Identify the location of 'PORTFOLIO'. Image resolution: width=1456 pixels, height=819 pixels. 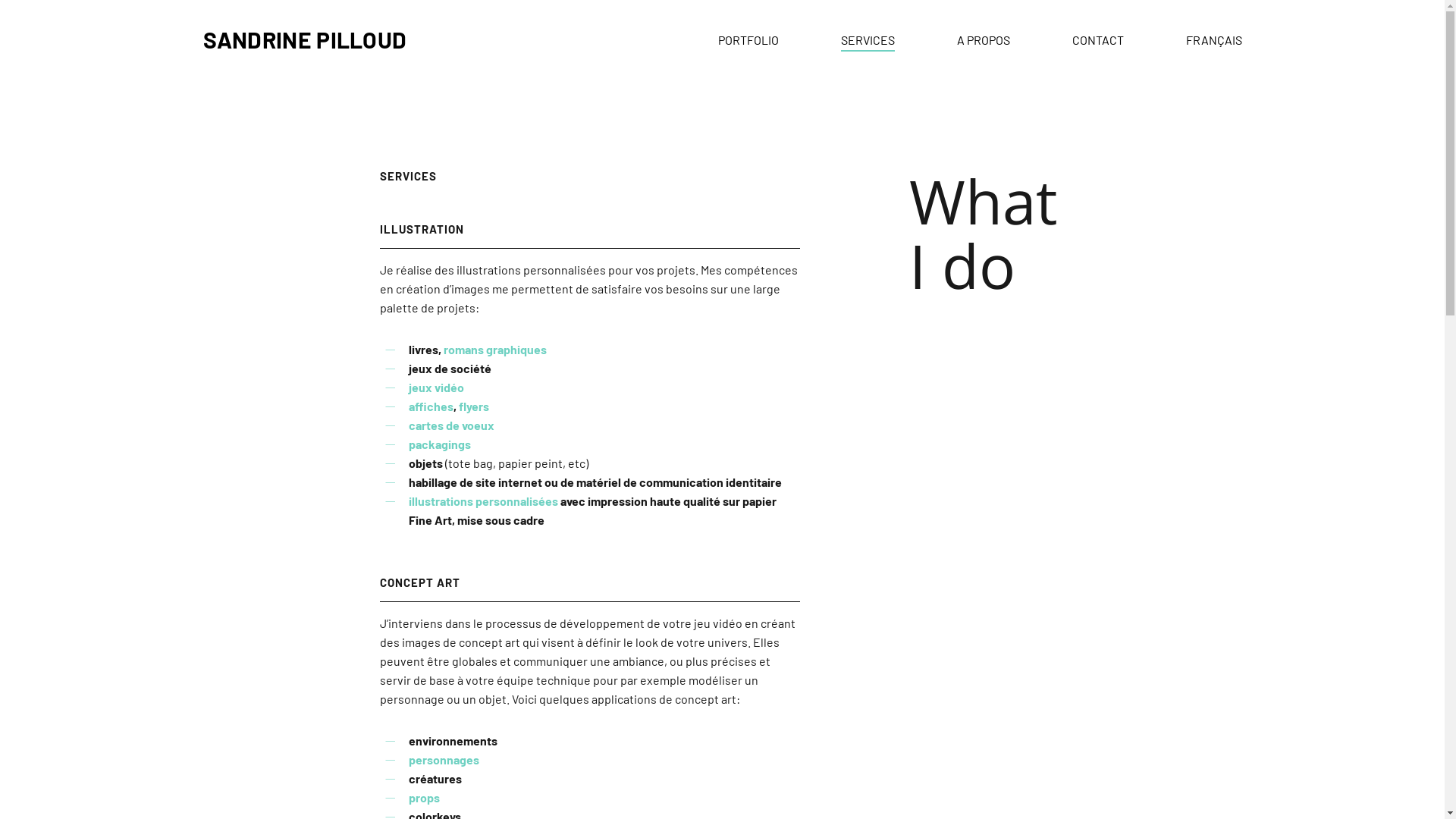
(747, 38).